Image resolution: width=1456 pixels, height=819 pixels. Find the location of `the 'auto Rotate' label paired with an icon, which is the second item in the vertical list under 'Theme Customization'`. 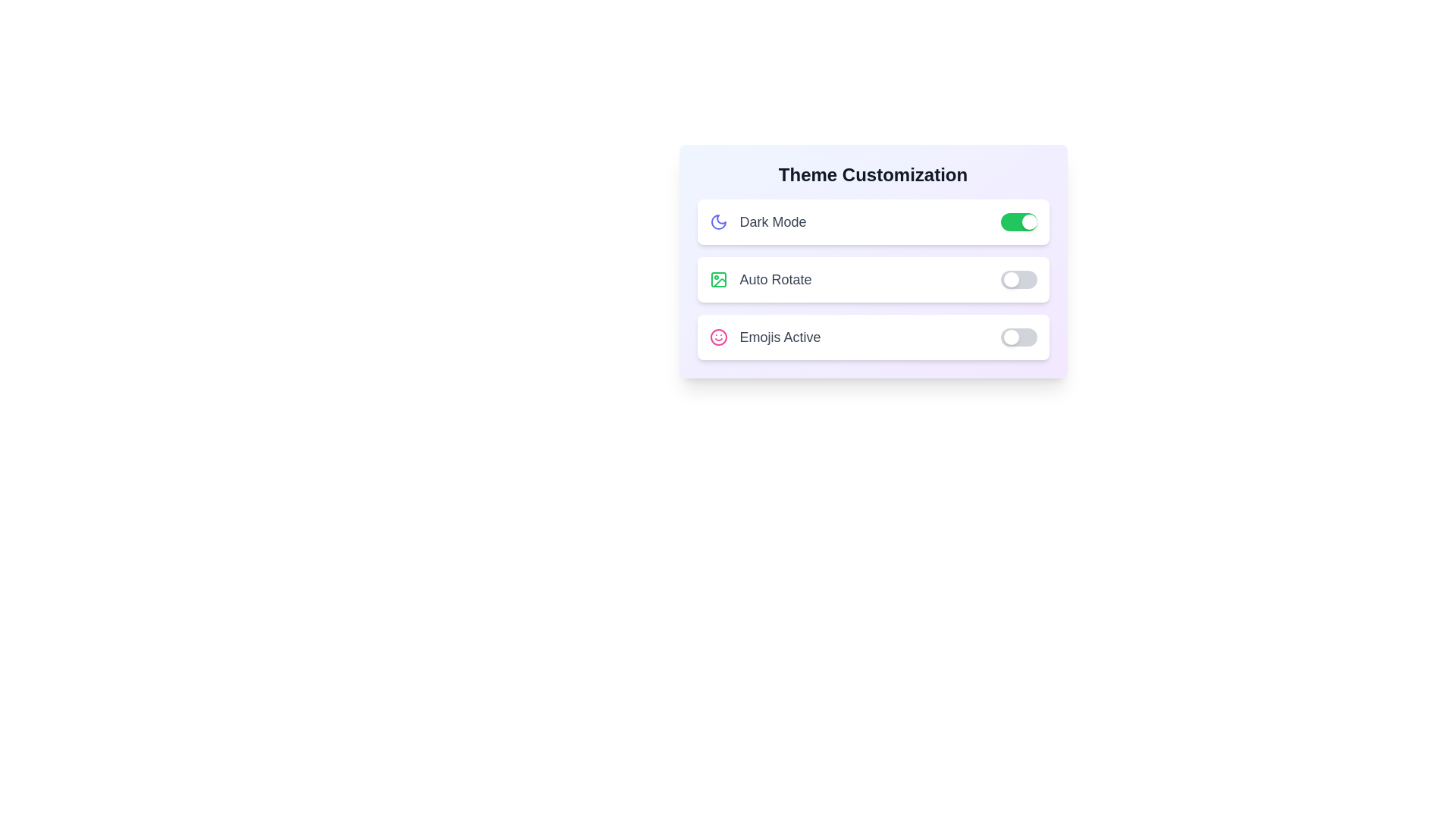

the 'auto Rotate' label paired with an icon, which is the second item in the vertical list under 'Theme Customization' is located at coordinates (761, 280).